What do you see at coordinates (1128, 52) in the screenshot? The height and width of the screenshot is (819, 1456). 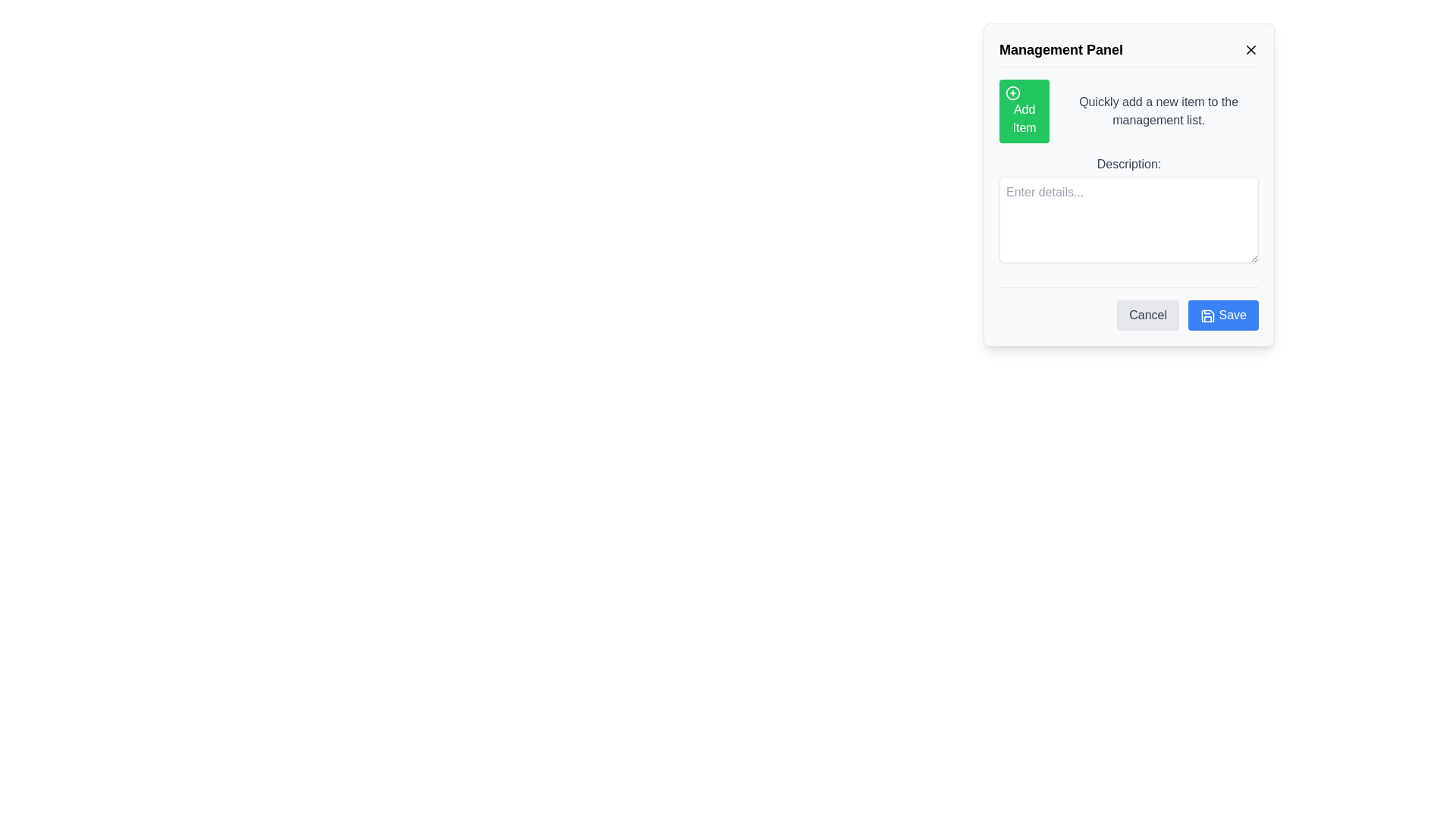 I see `the 'Management Panel' title at the top of the modal window, which is displayed in bold and large font size` at bounding box center [1128, 52].